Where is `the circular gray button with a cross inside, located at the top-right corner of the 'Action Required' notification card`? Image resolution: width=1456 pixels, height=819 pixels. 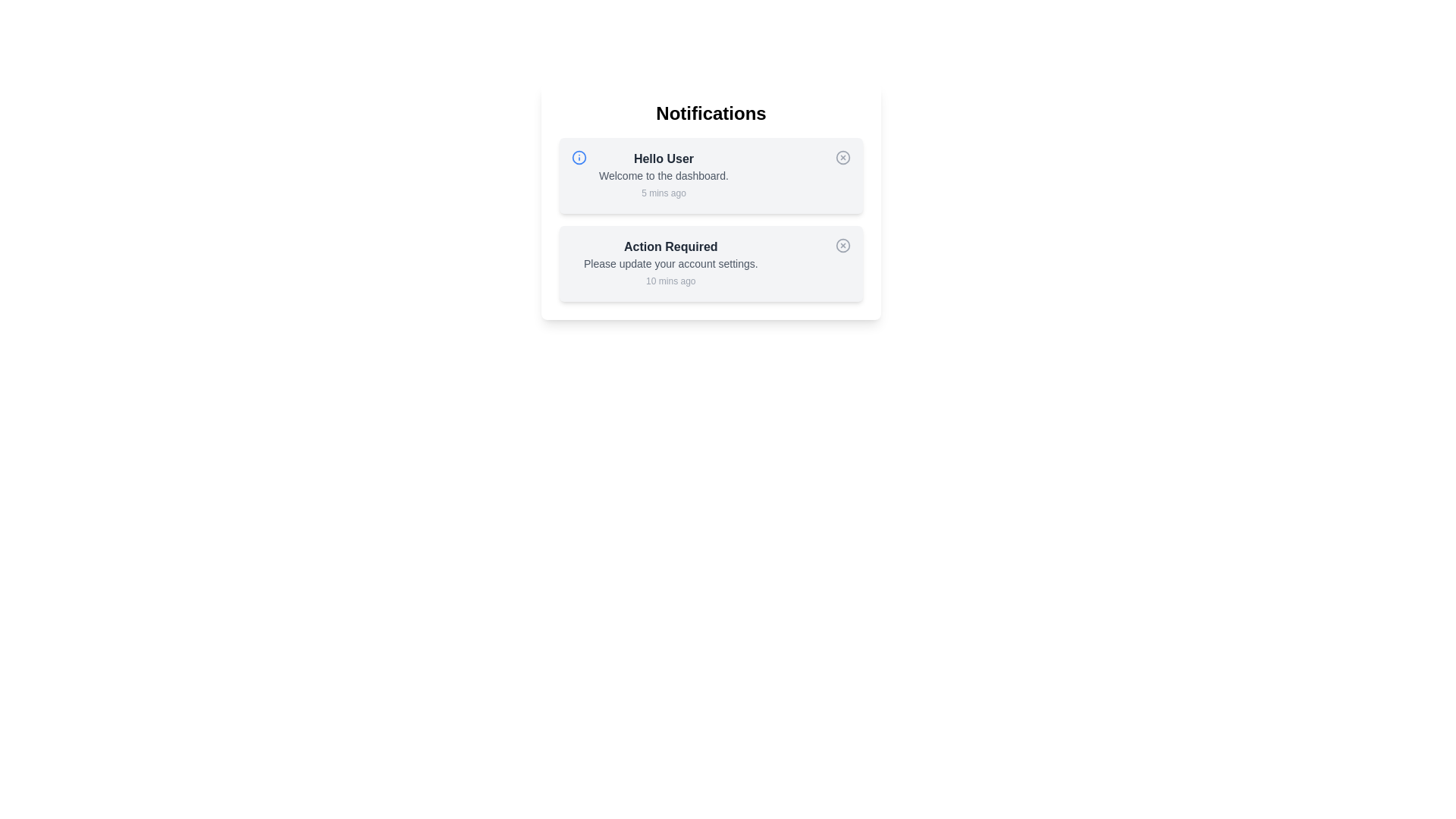
the circular gray button with a cross inside, located at the top-right corner of the 'Action Required' notification card is located at coordinates (843, 245).